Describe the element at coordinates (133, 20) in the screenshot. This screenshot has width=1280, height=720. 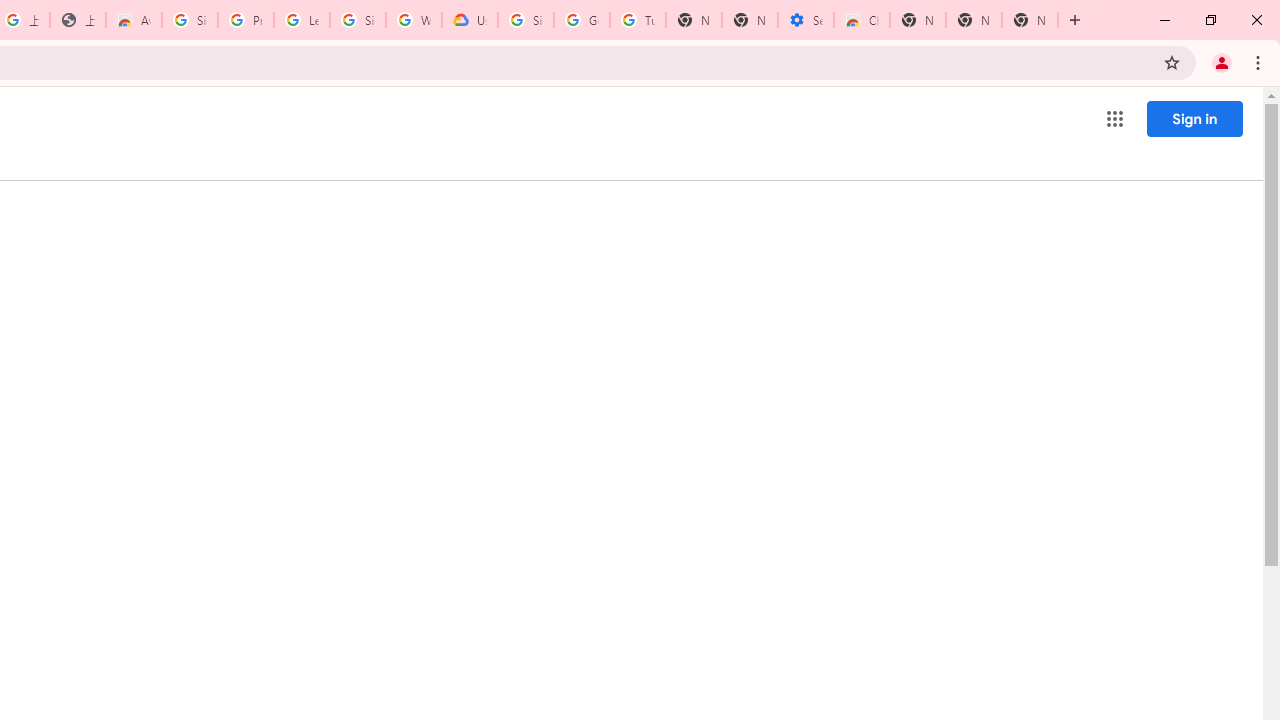
I see `'Awesome Screen Recorder & Screenshot - Chrome Web Store'` at that location.